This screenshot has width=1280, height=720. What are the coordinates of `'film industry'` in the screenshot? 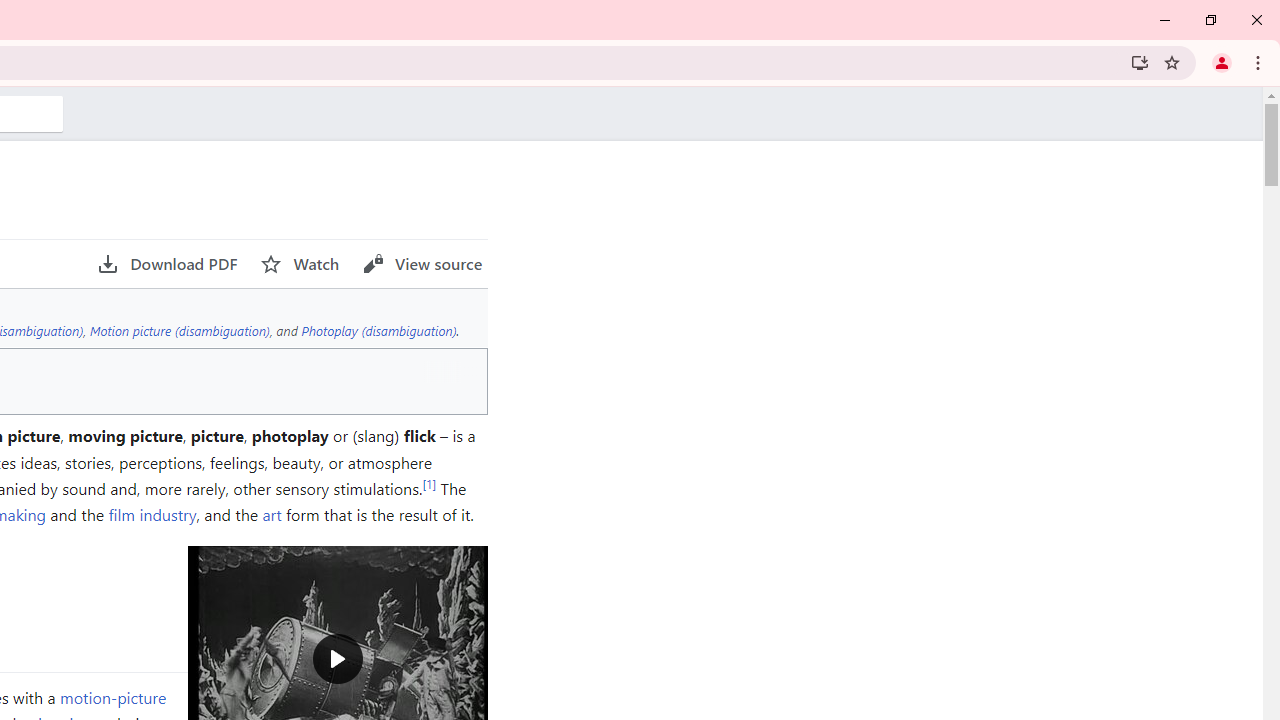 It's located at (151, 514).